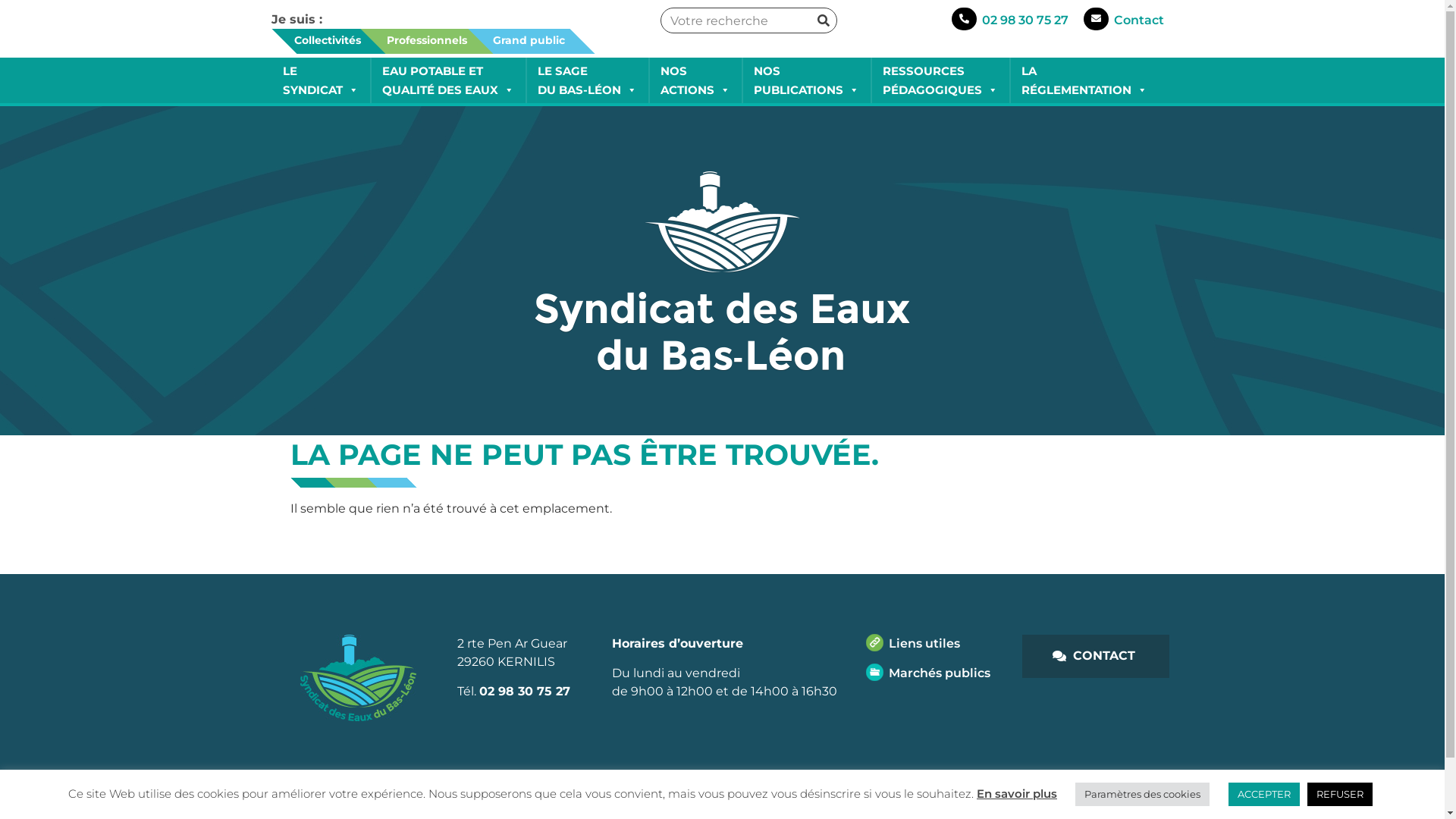 The image size is (1456, 819). Describe the element at coordinates (1095, 655) in the screenshot. I see `'CONTACT'` at that location.